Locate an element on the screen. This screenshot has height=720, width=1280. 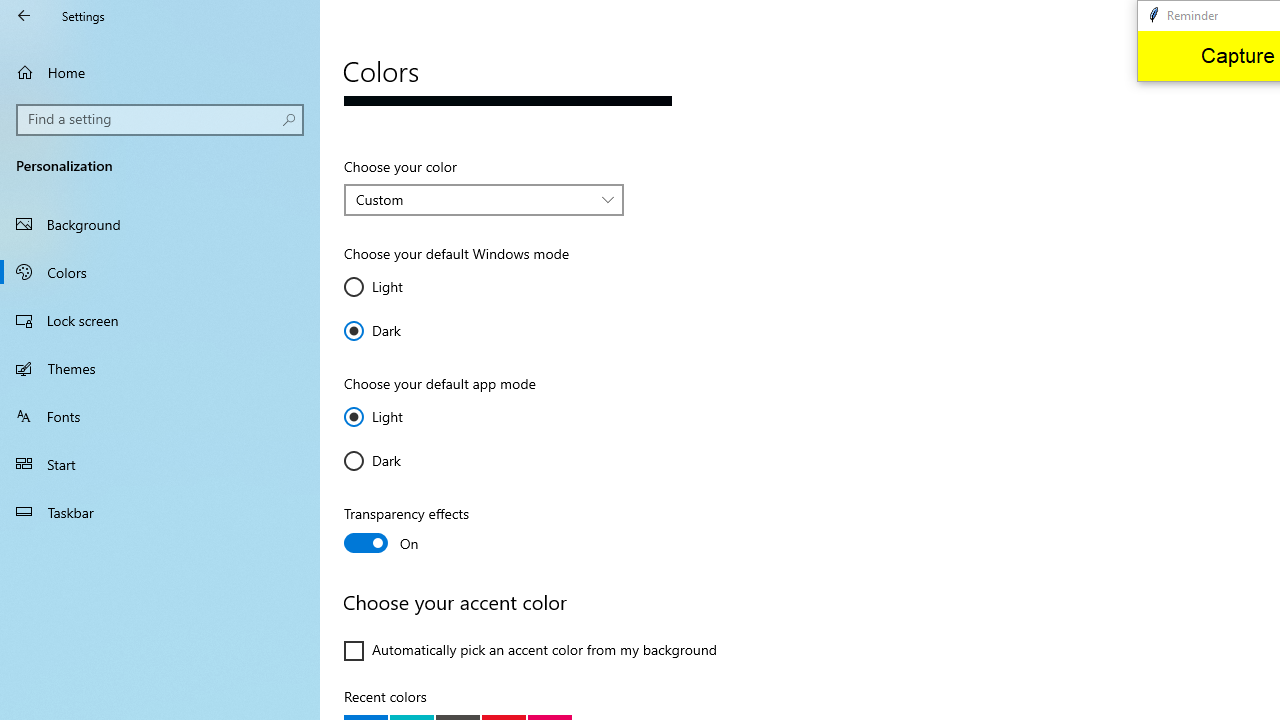
'Search box, Find a setting' is located at coordinates (160, 119).